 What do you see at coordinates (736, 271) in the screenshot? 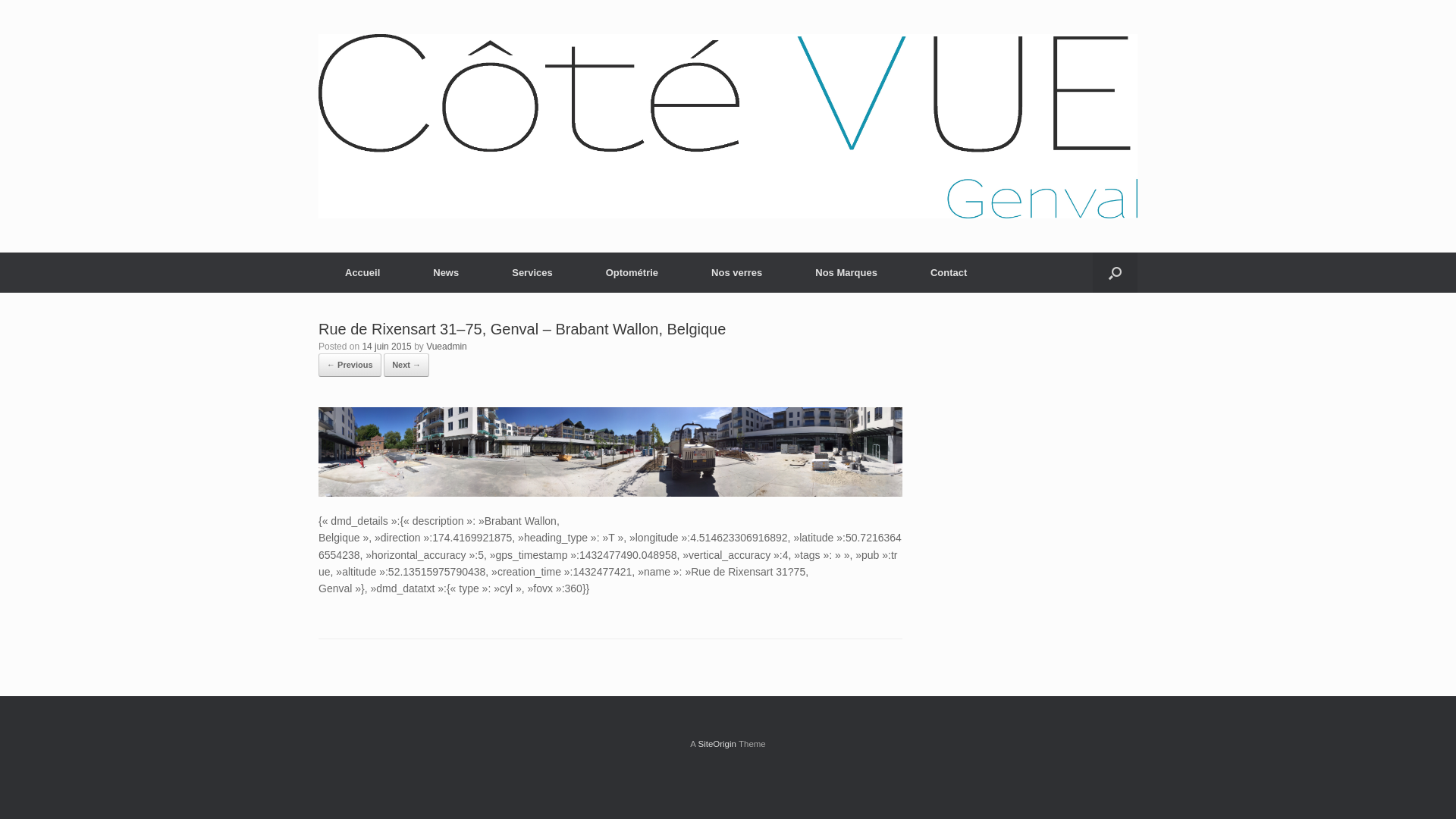
I see `'Nos verres'` at bounding box center [736, 271].